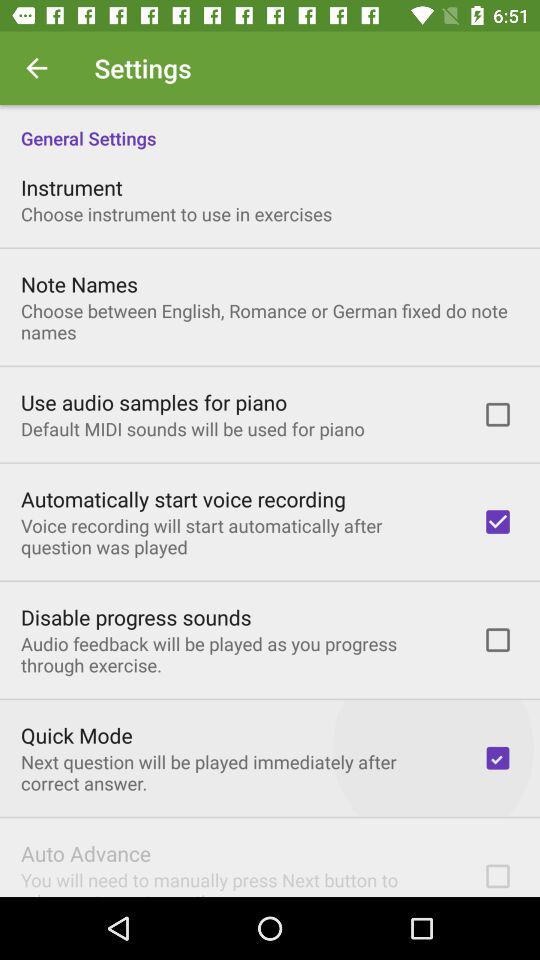  Describe the element at coordinates (238, 653) in the screenshot. I see `the audio feedback will icon` at that location.